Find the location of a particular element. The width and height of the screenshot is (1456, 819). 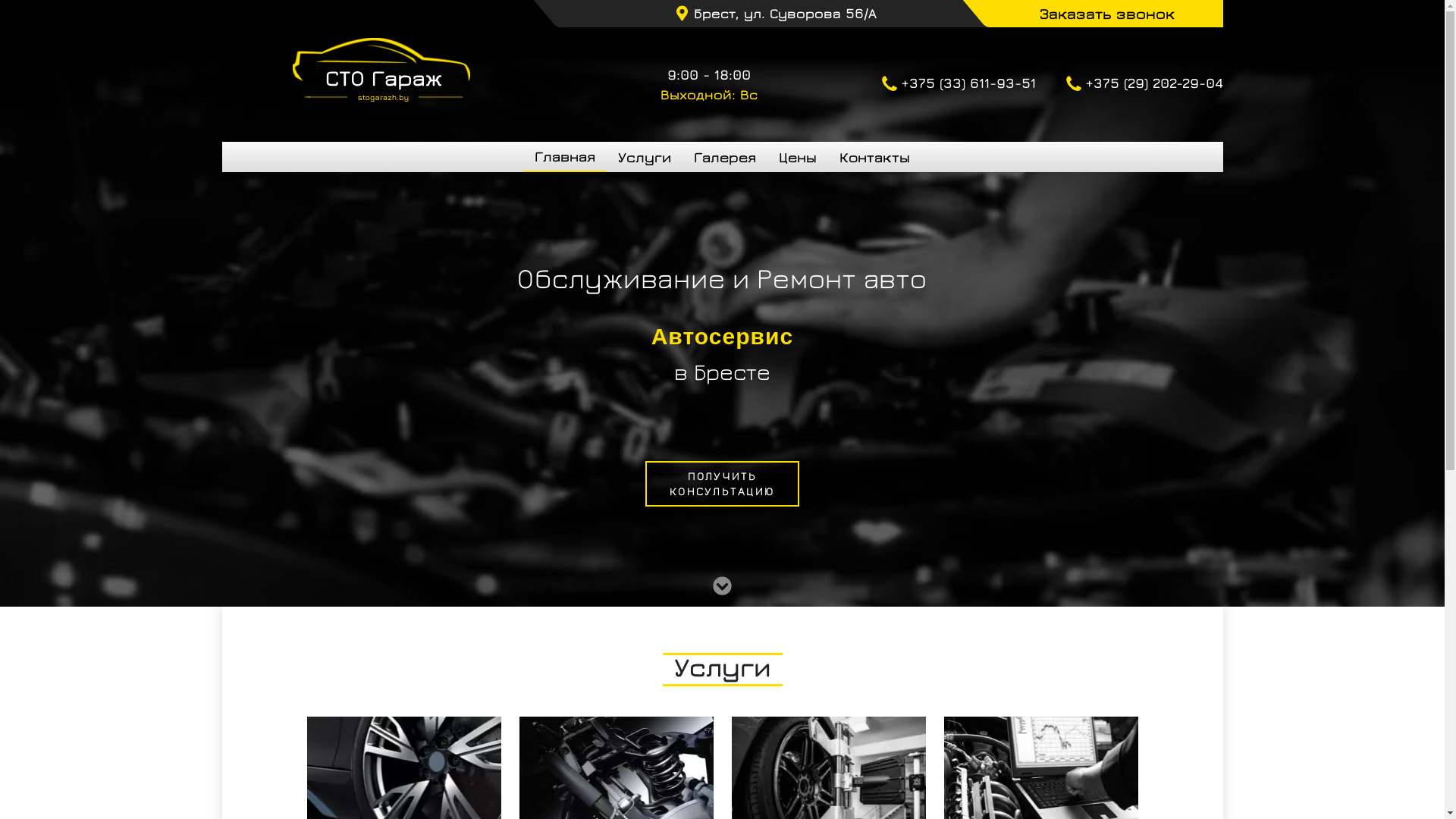

'+375 (33) 611-93-51' is located at coordinates (880, 84).